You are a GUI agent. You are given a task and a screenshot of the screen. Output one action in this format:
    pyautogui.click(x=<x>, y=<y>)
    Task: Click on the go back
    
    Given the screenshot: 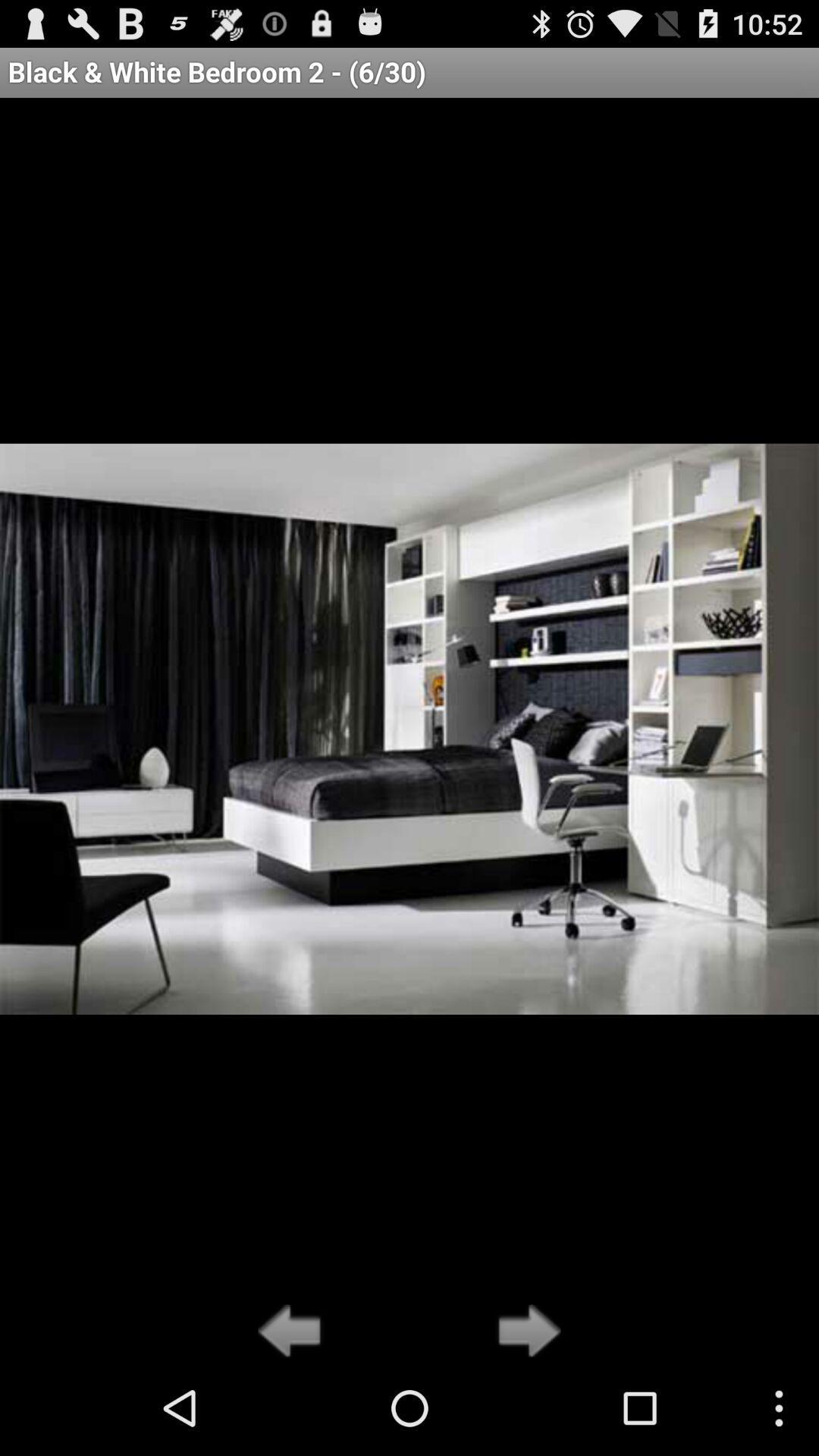 What is the action you would take?
    pyautogui.click(x=293, y=1332)
    